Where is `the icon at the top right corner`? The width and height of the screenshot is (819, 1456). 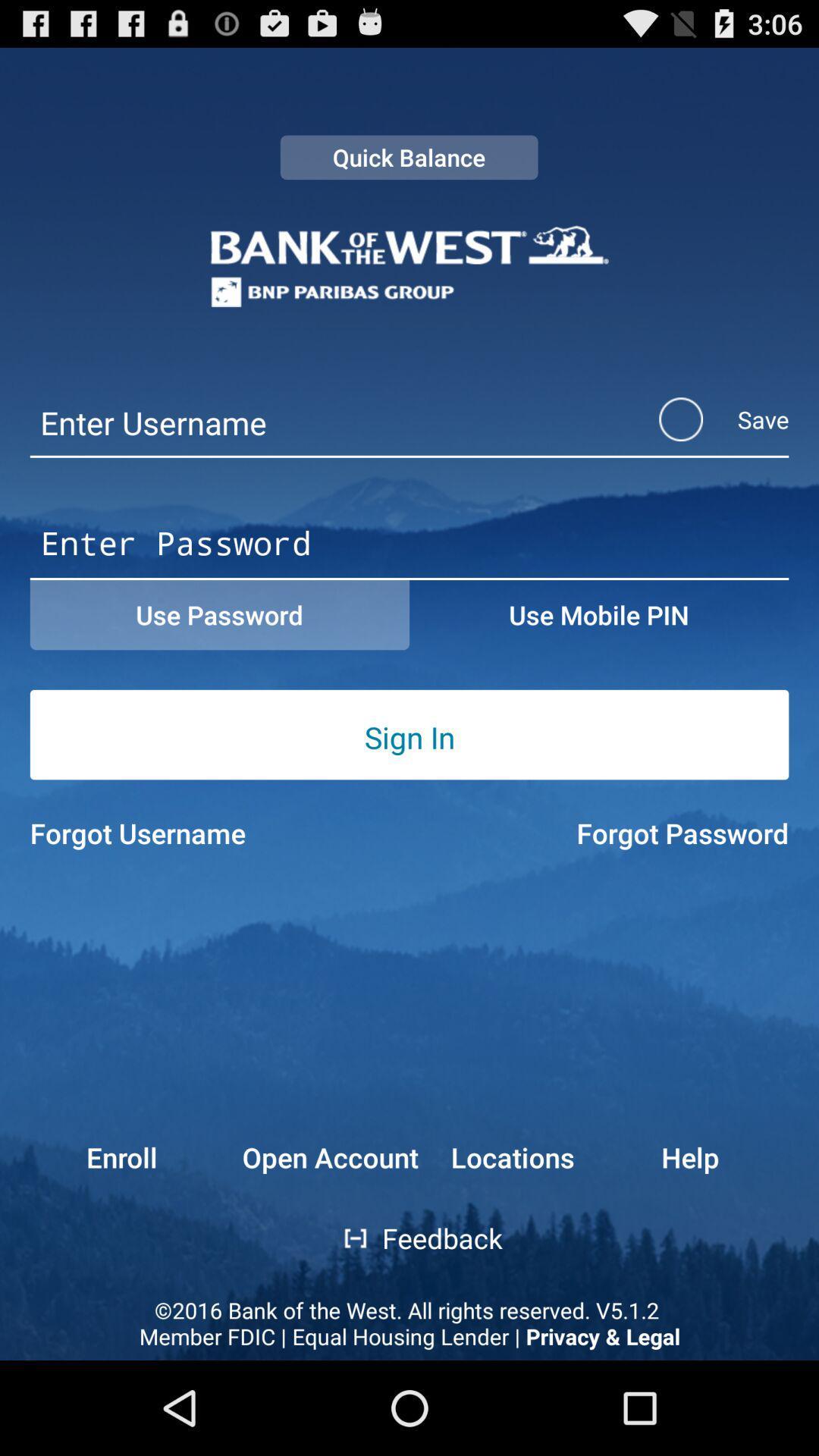 the icon at the top right corner is located at coordinates (704, 419).